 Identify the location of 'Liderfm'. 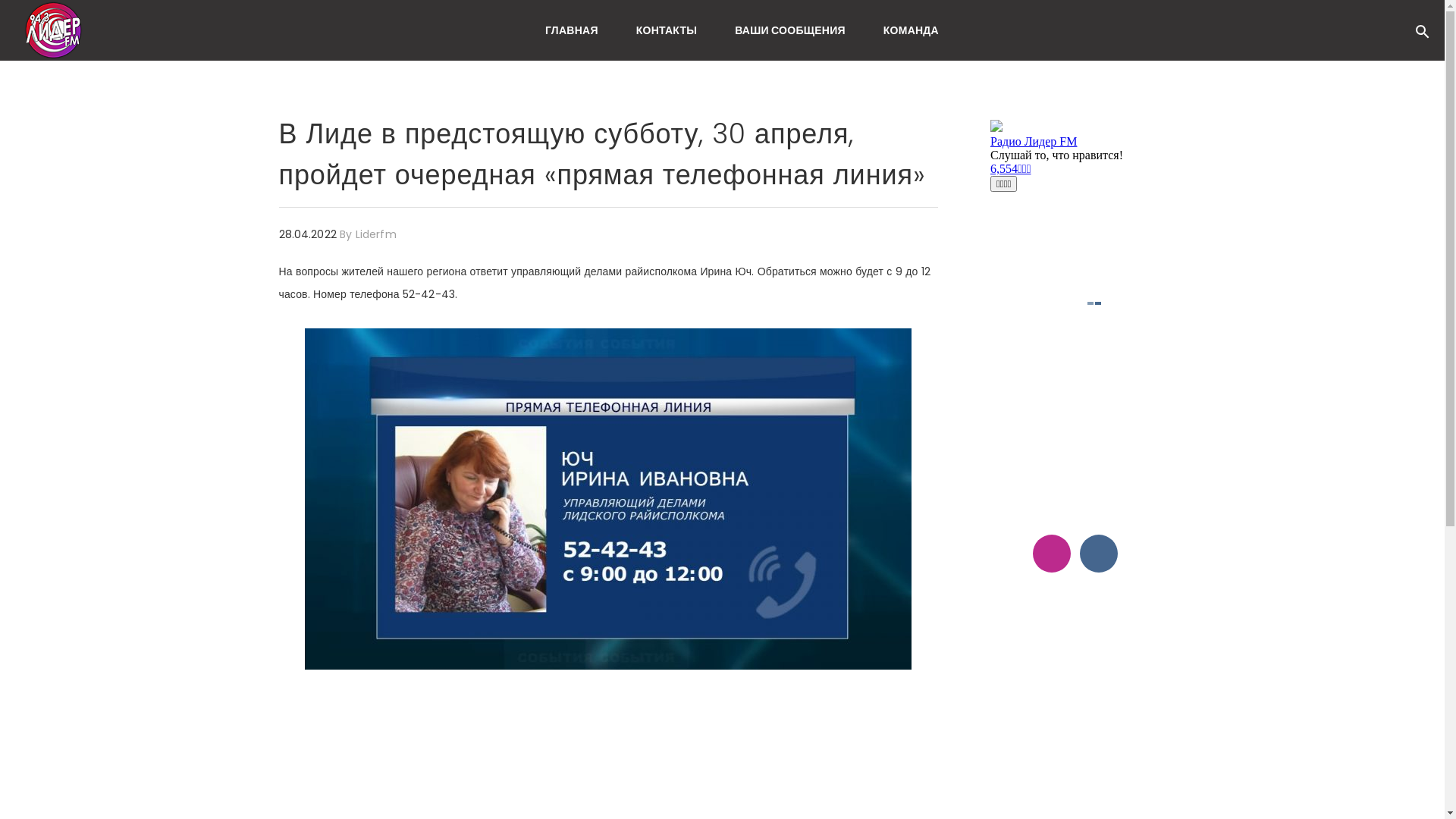
(375, 234).